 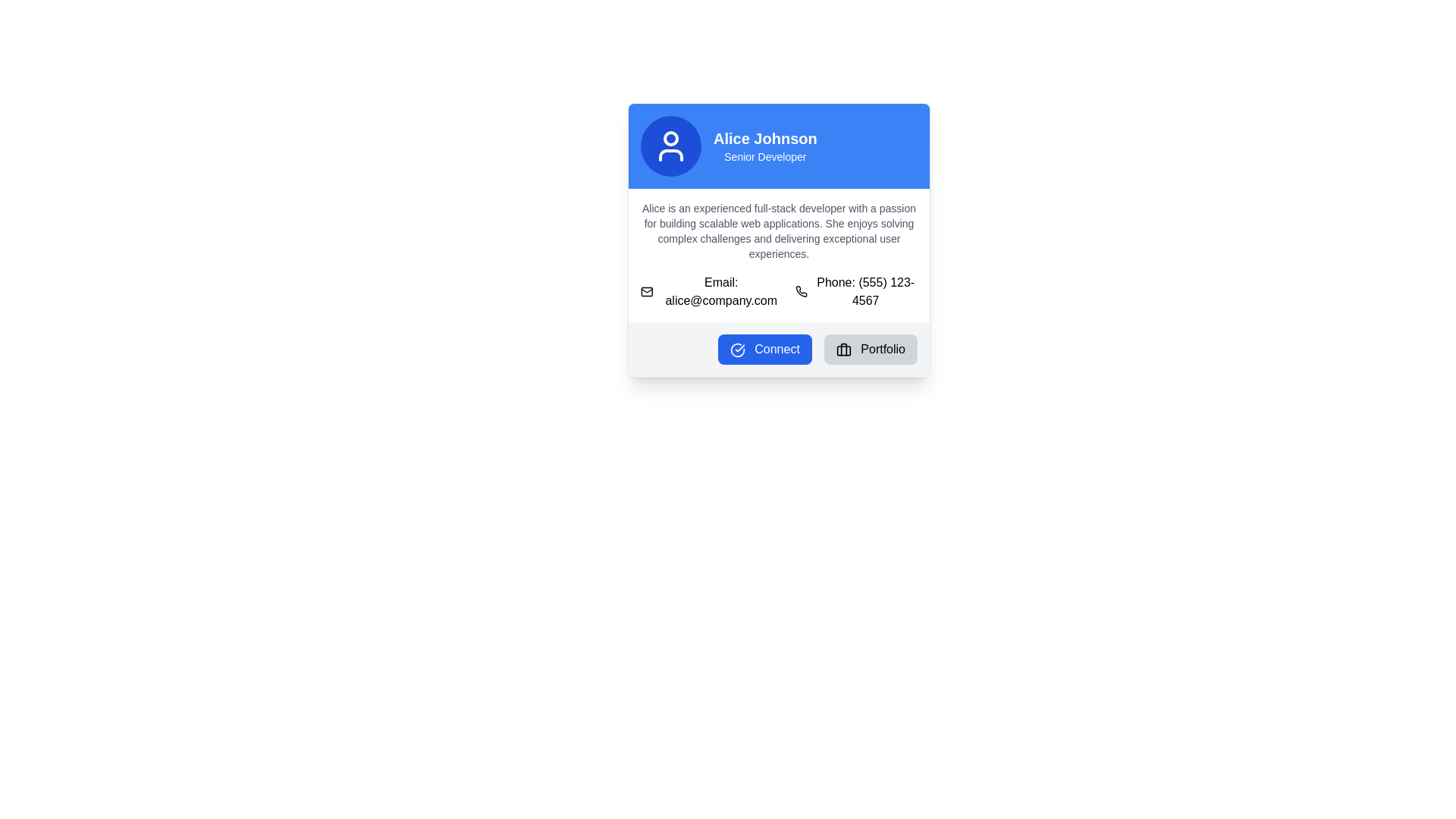 What do you see at coordinates (647, 292) in the screenshot?
I see `the email icon represented by an SVG image located to the left of the text 'Email: alice@company.com'` at bounding box center [647, 292].